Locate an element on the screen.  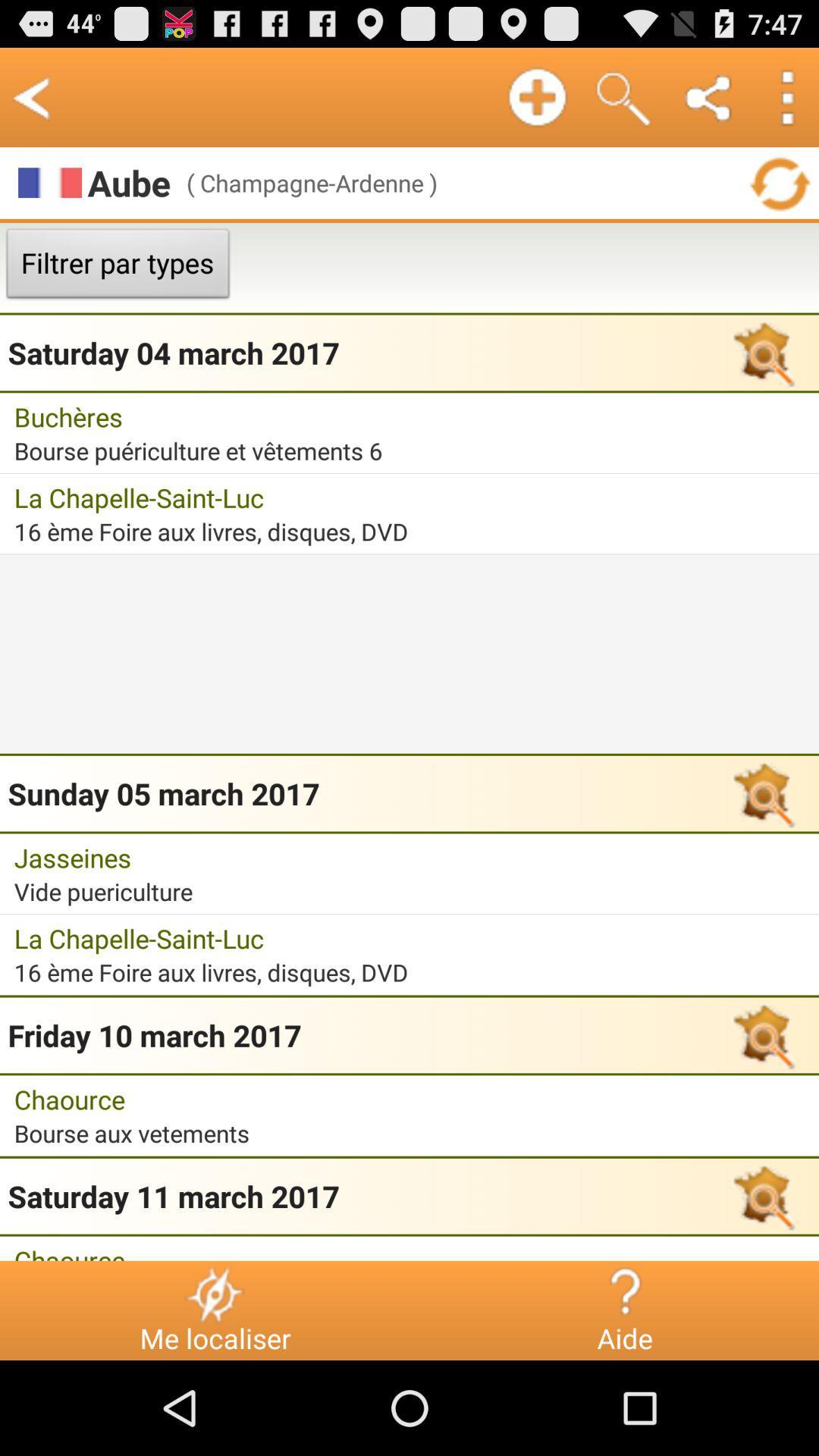
the button which is right to sunday 05 march 2017 is located at coordinates (761, 792).